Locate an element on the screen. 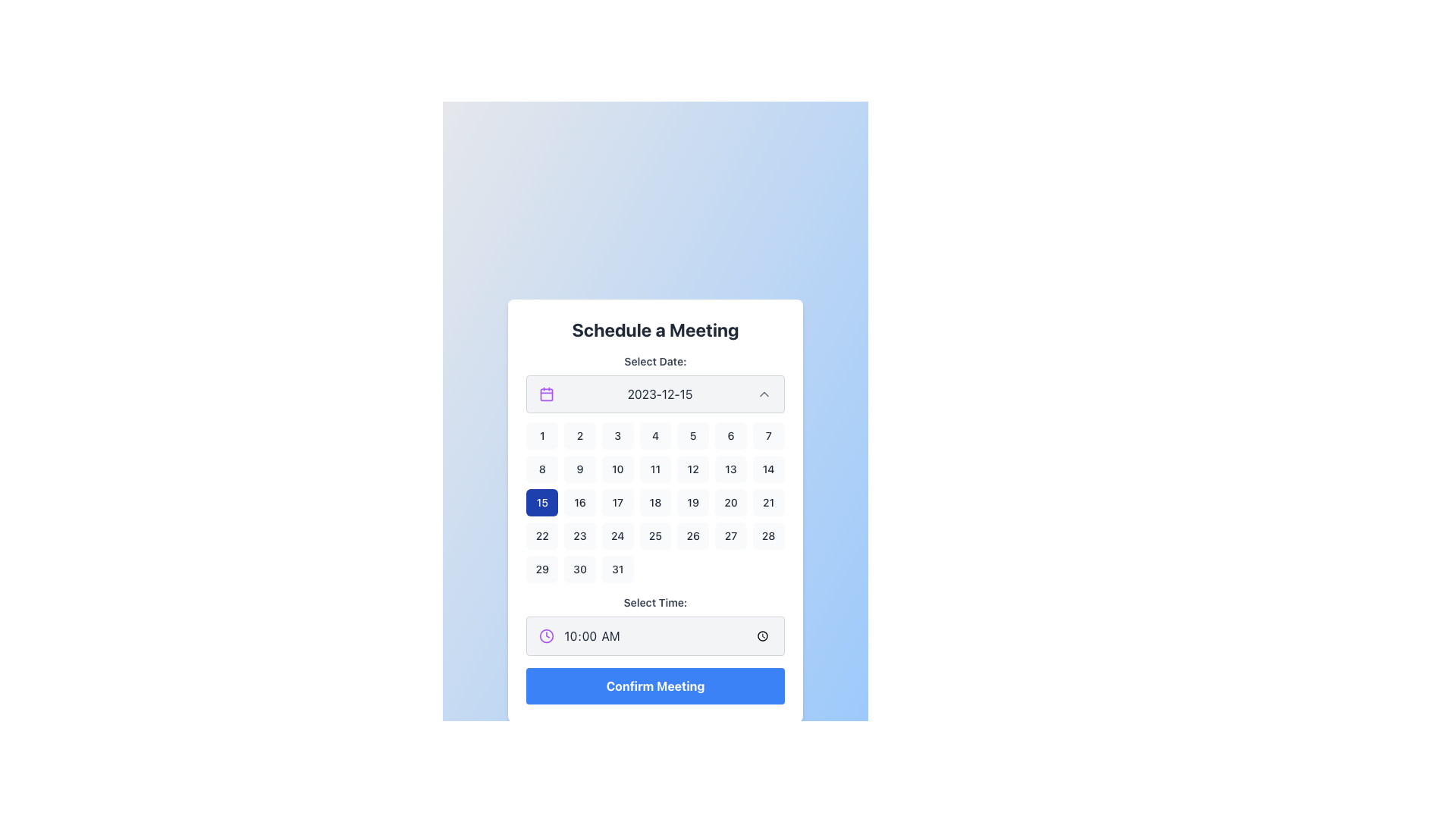 The image size is (1456, 819). the calendar cell displaying the number '27' in the fifth row and sixth column is located at coordinates (731, 535).